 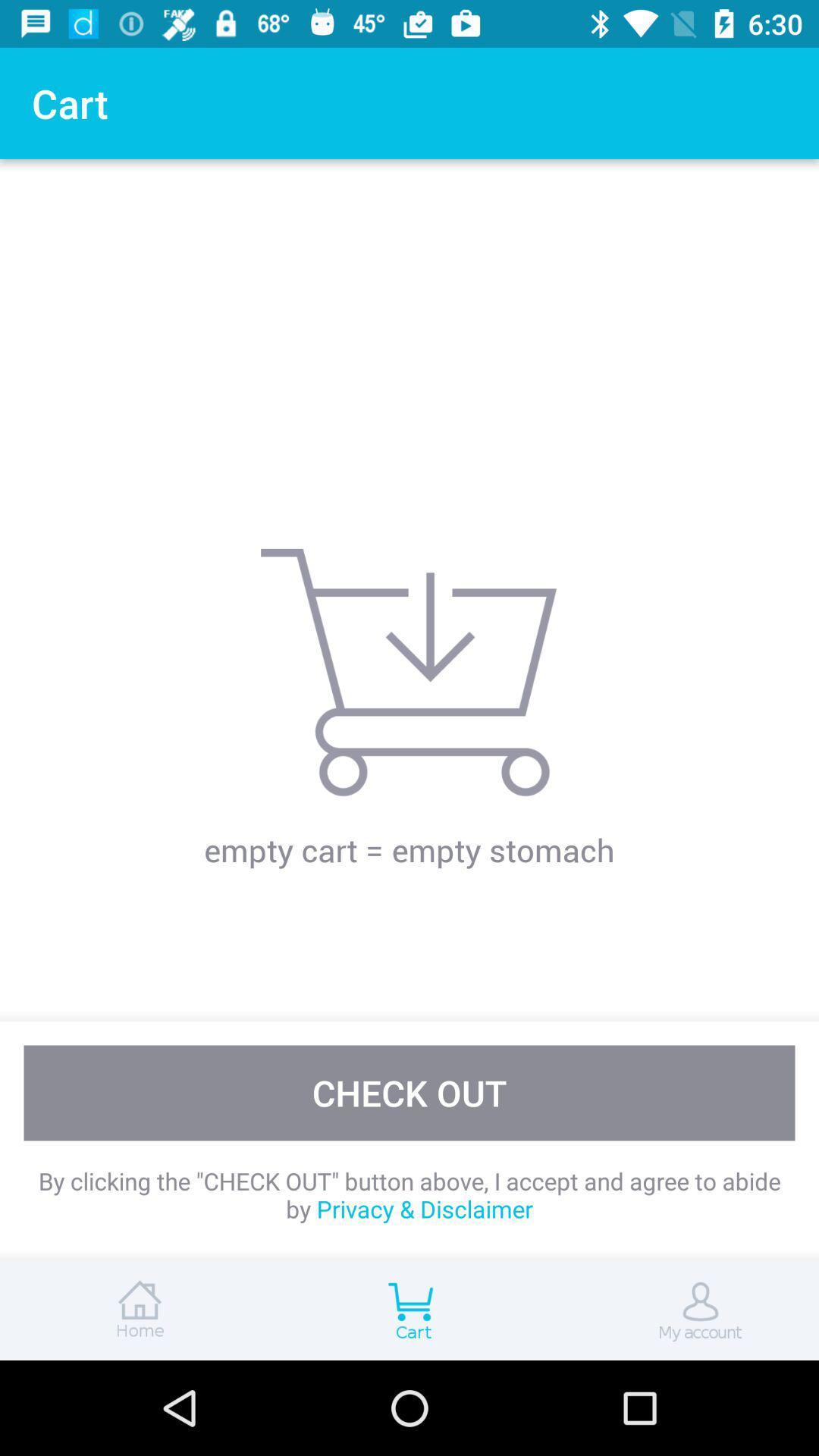 What do you see at coordinates (681, 1310) in the screenshot?
I see `the microphone icon` at bounding box center [681, 1310].